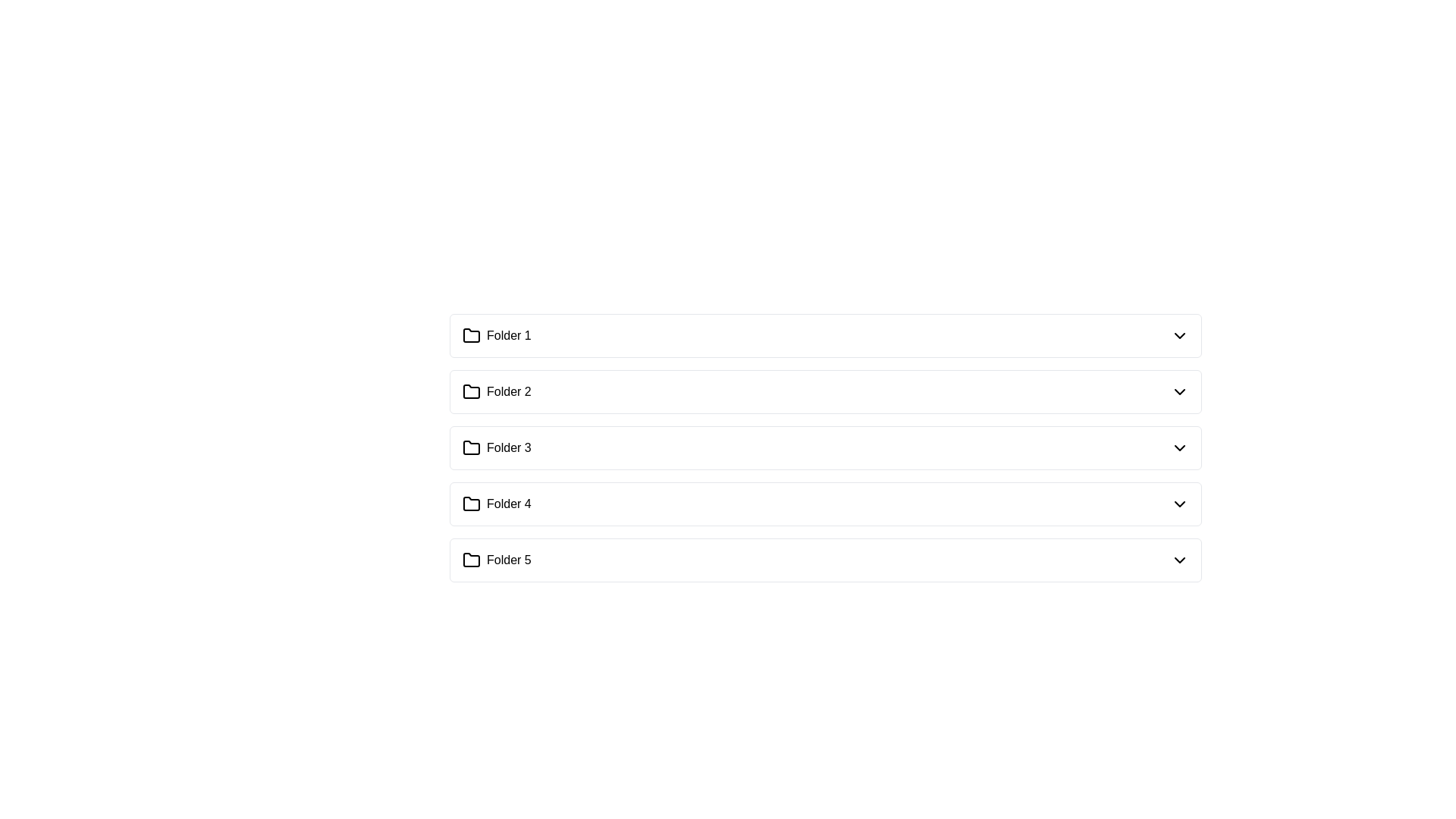  I want to click on the expand/collapse button for the 'Folder 2' section, so click(1178, 391).